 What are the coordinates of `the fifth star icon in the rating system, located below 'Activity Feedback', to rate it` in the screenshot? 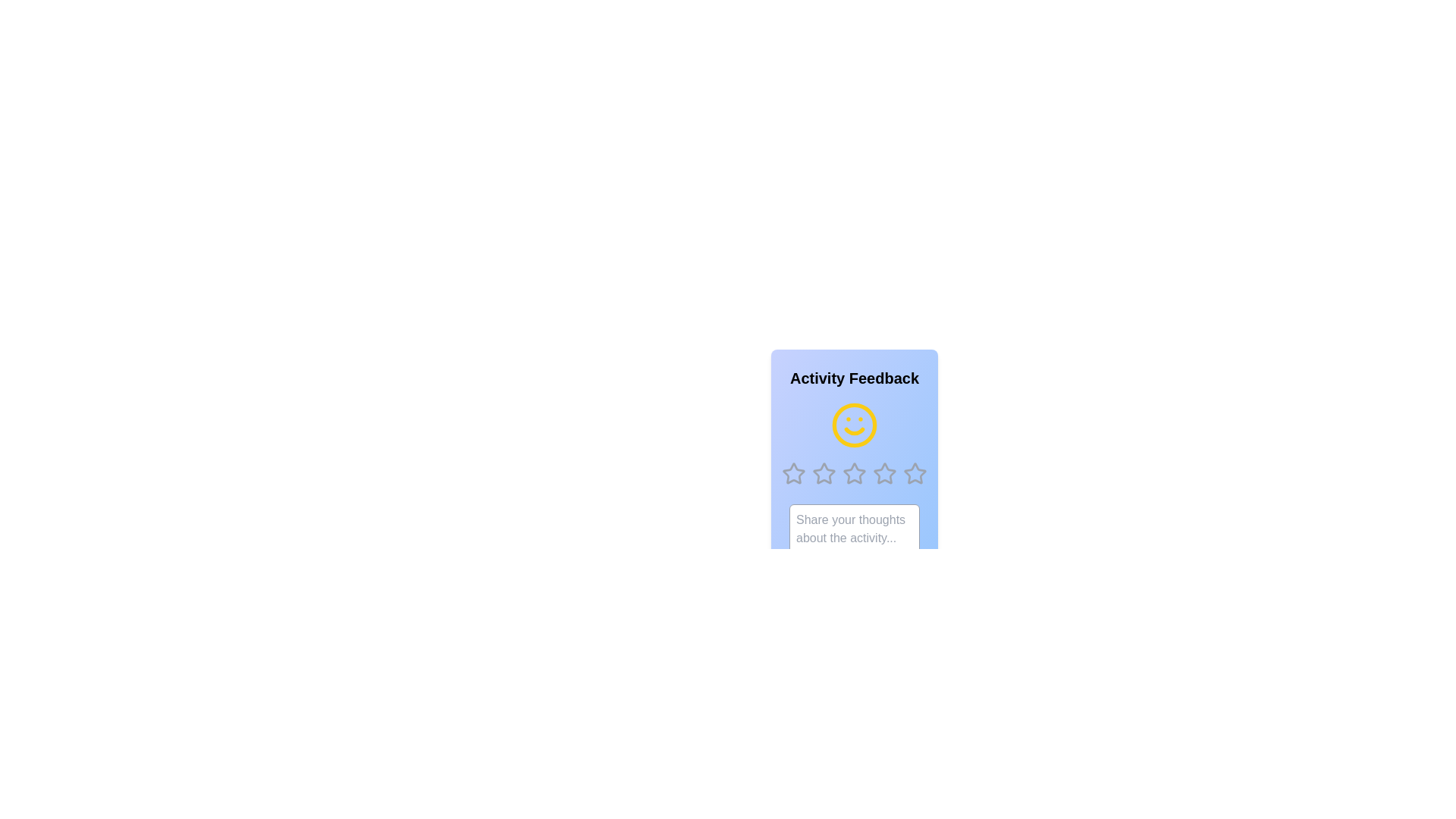 It's located at (884, 472).